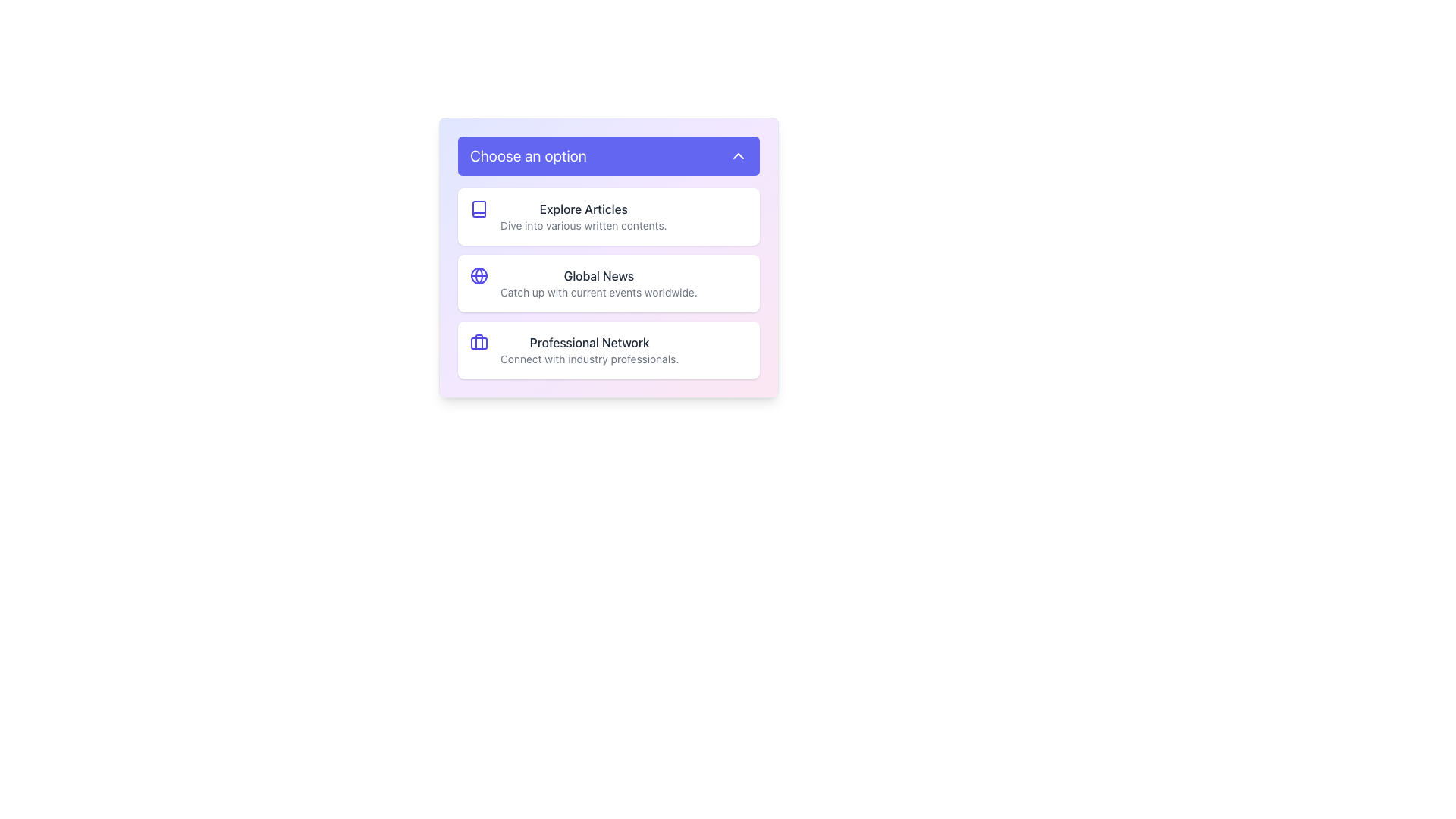  I want to click on the informative text label reading 'Catch up with current events worldwide.' located below the title 'Global News' in the vertical menu list, so click(598, 292).